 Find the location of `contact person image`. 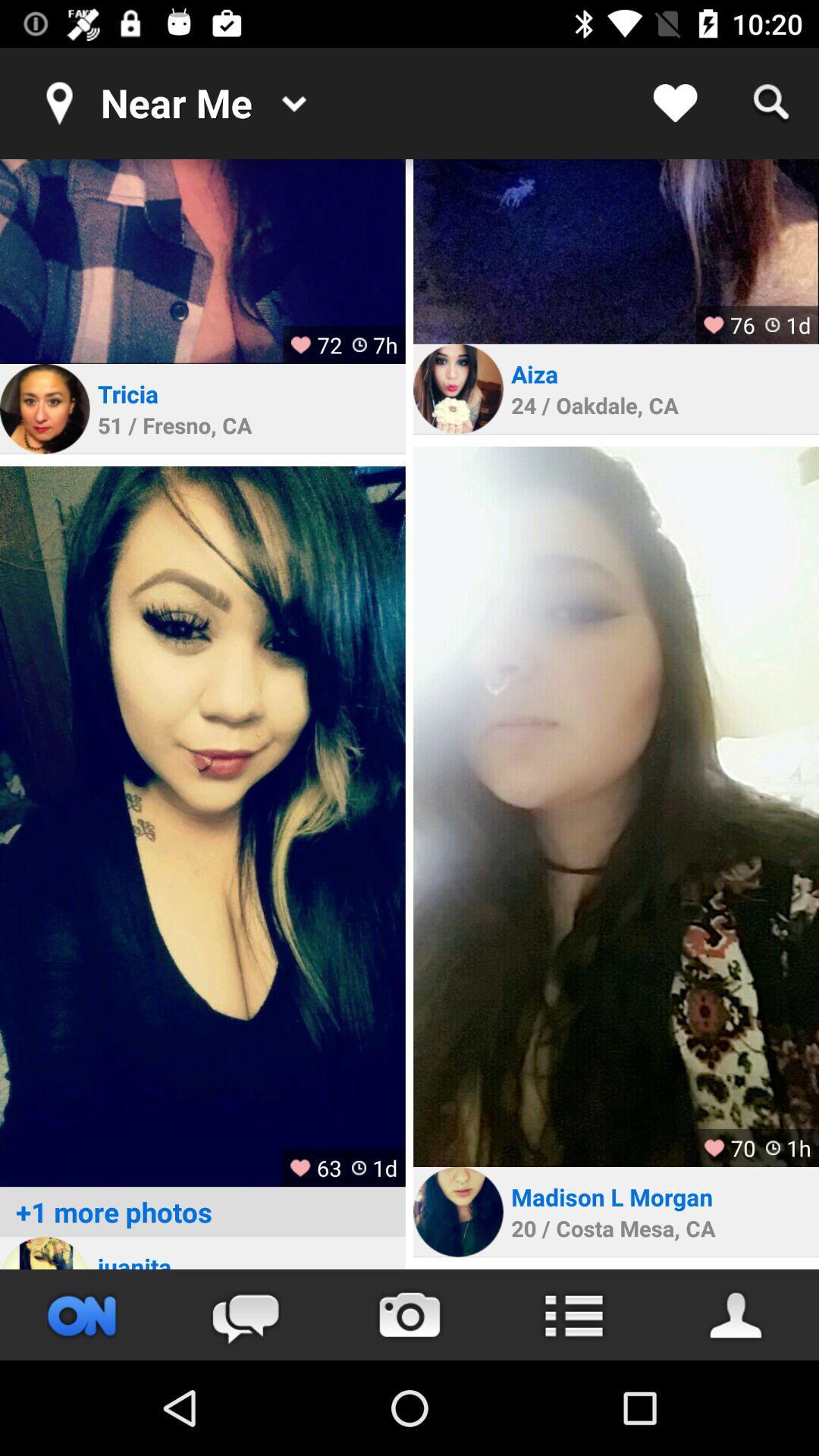

contact person image is located at coordinates (457, 1211).